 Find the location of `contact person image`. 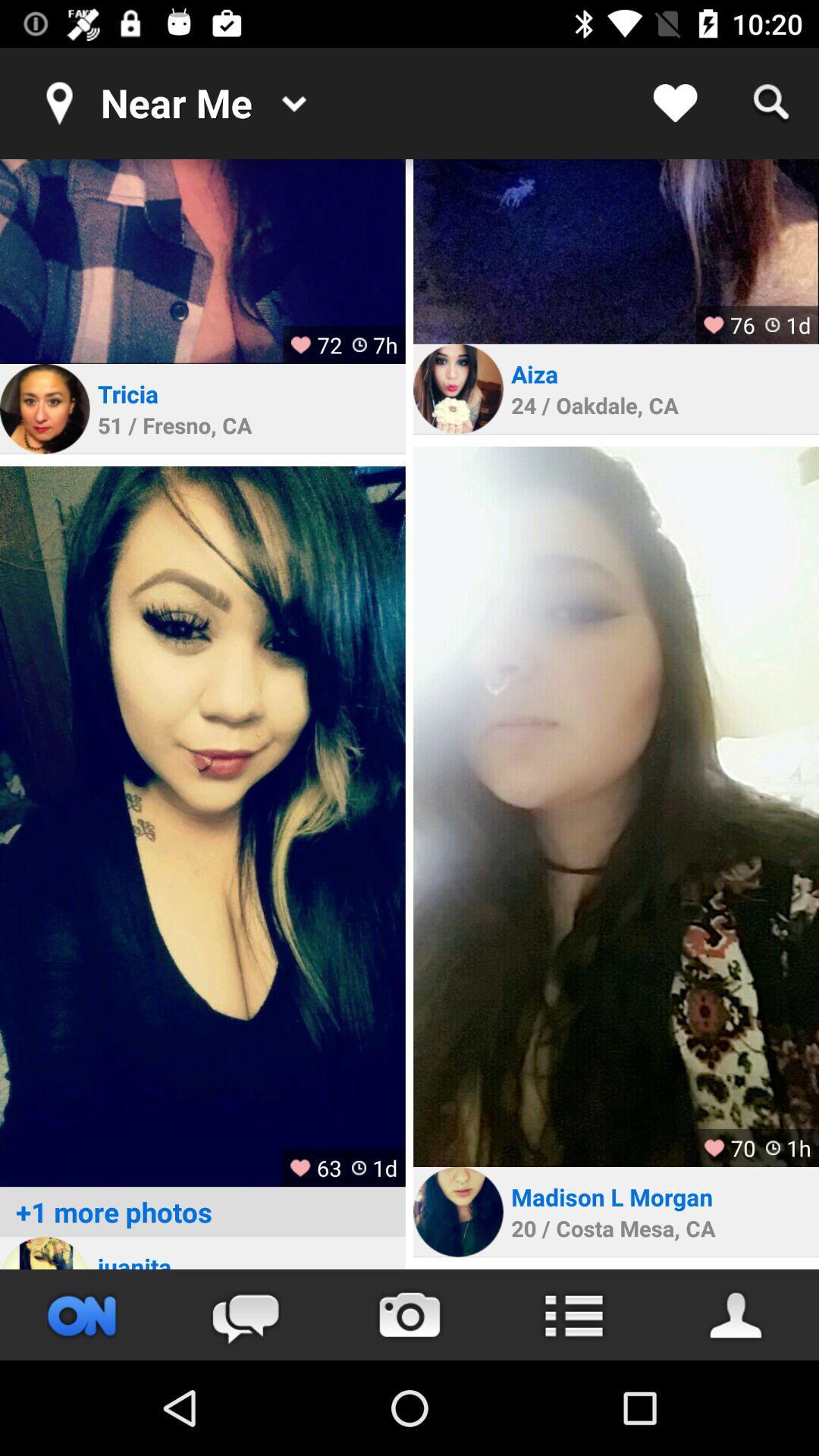

contact person image is located at coordinates (457, 1211).